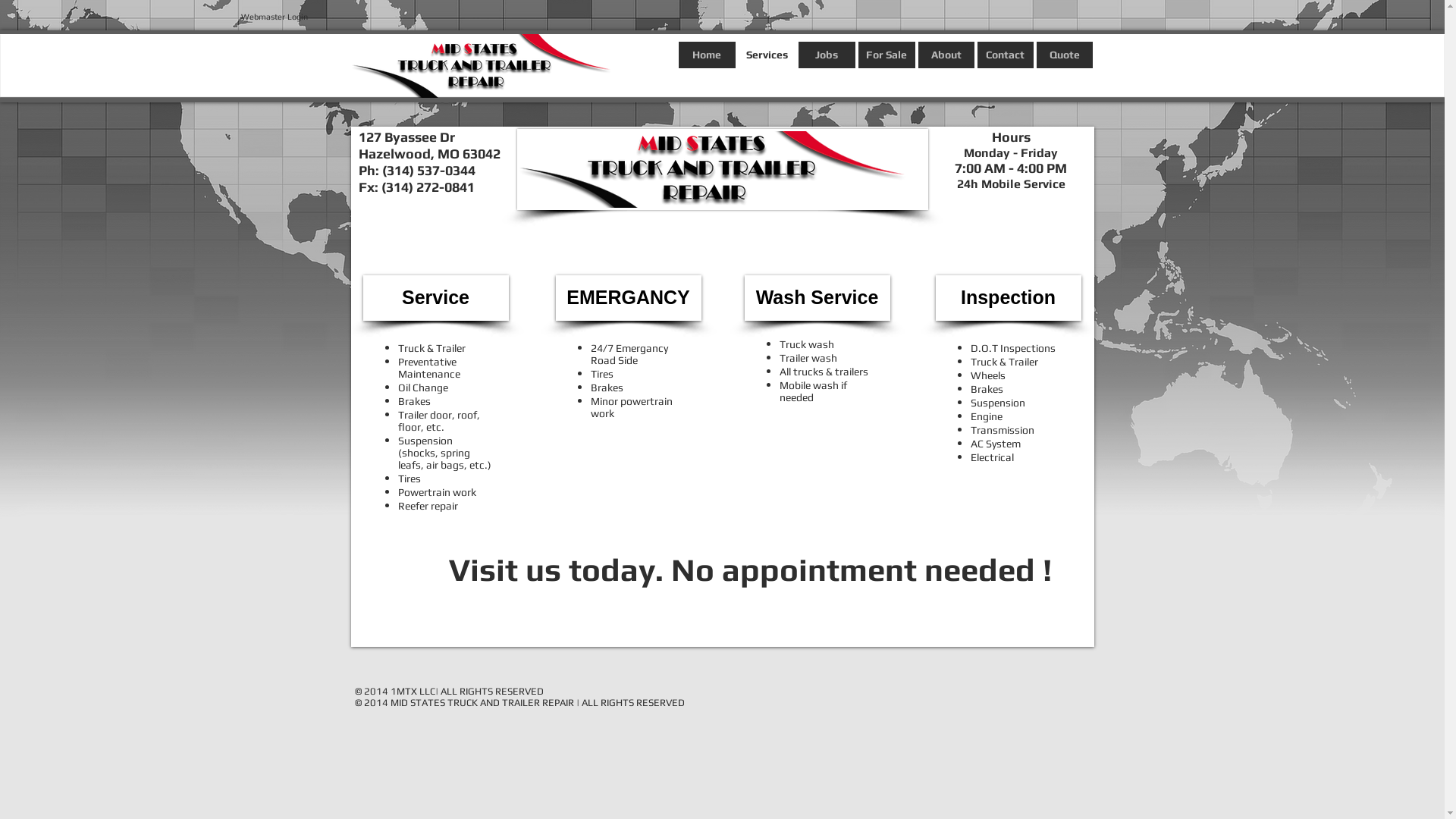  I want to click on 'Contact', so click(1004, 54).